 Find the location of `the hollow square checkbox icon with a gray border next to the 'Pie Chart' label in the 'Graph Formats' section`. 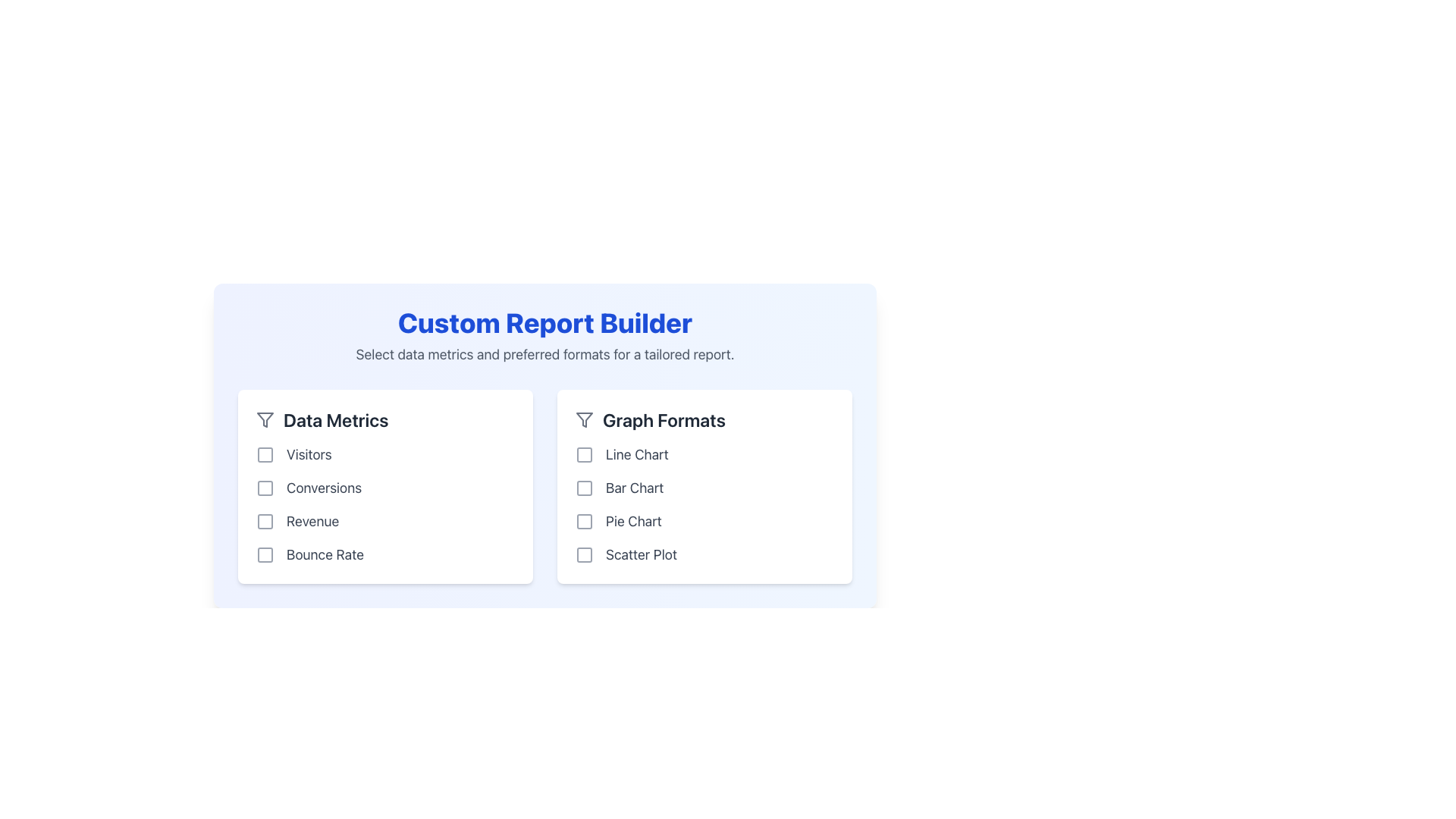

the hollow square checkbox icon with a gray border next to the 'Pie Chart' label in the 'Graph Formats' section is located at coordinates (584, 520).